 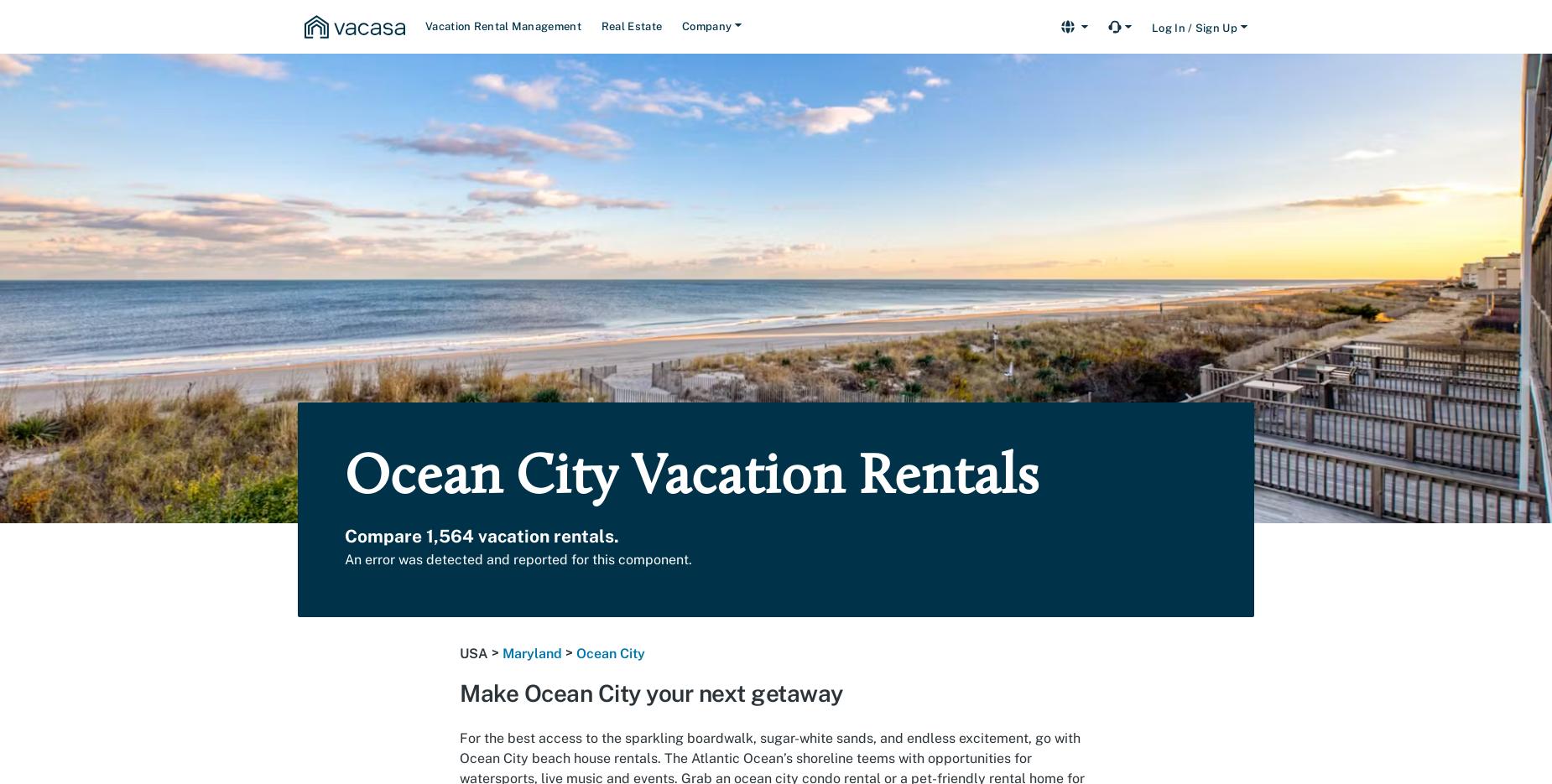 What do you see at coordinates (482, 536) in the screenshot?
I see `'Compare 1,564 vacation rentals.'` at bounding box center [482, 536].